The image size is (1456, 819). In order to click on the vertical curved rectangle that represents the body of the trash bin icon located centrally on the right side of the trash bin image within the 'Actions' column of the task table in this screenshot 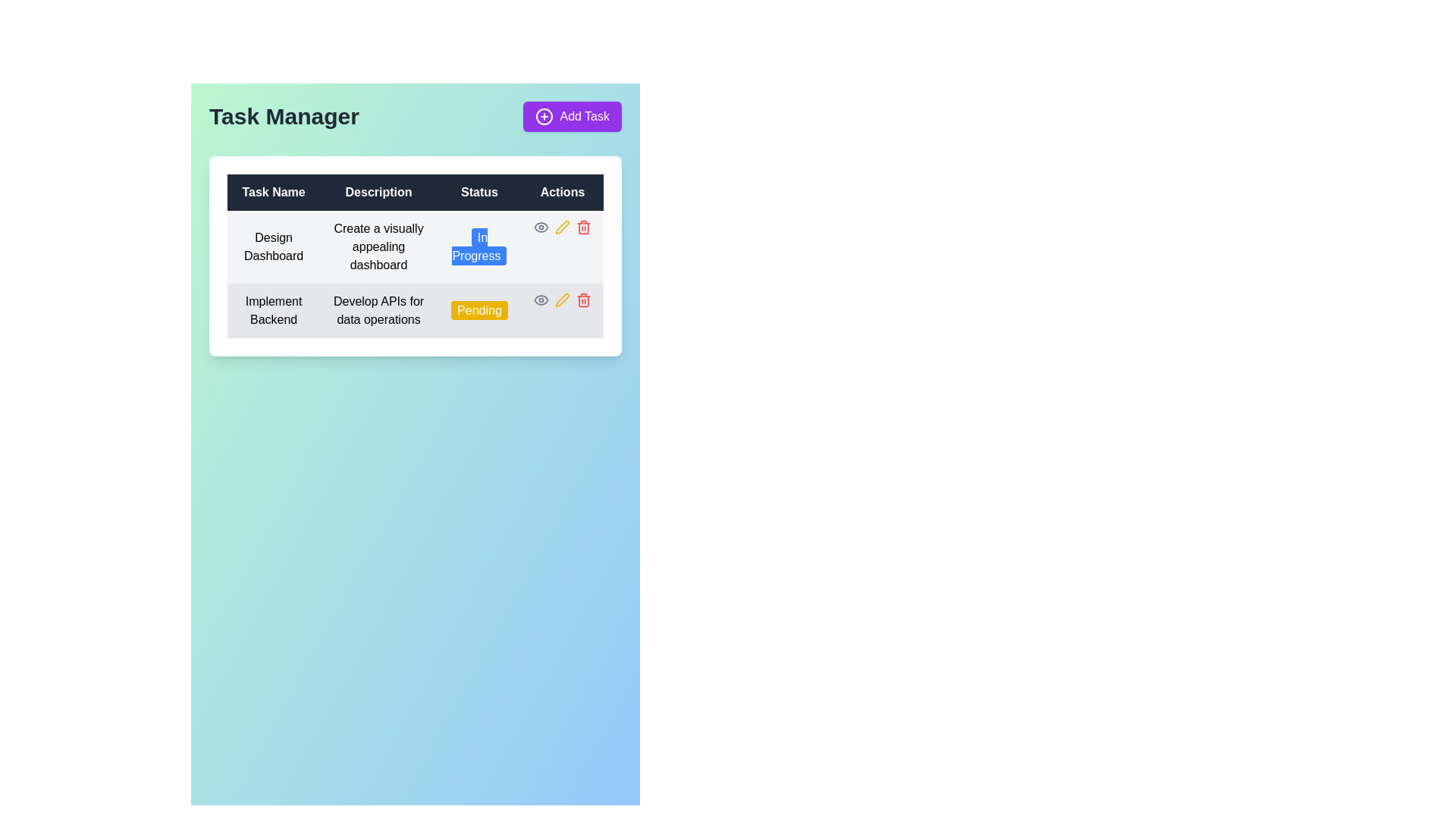, I will do `click(582, 301)`.